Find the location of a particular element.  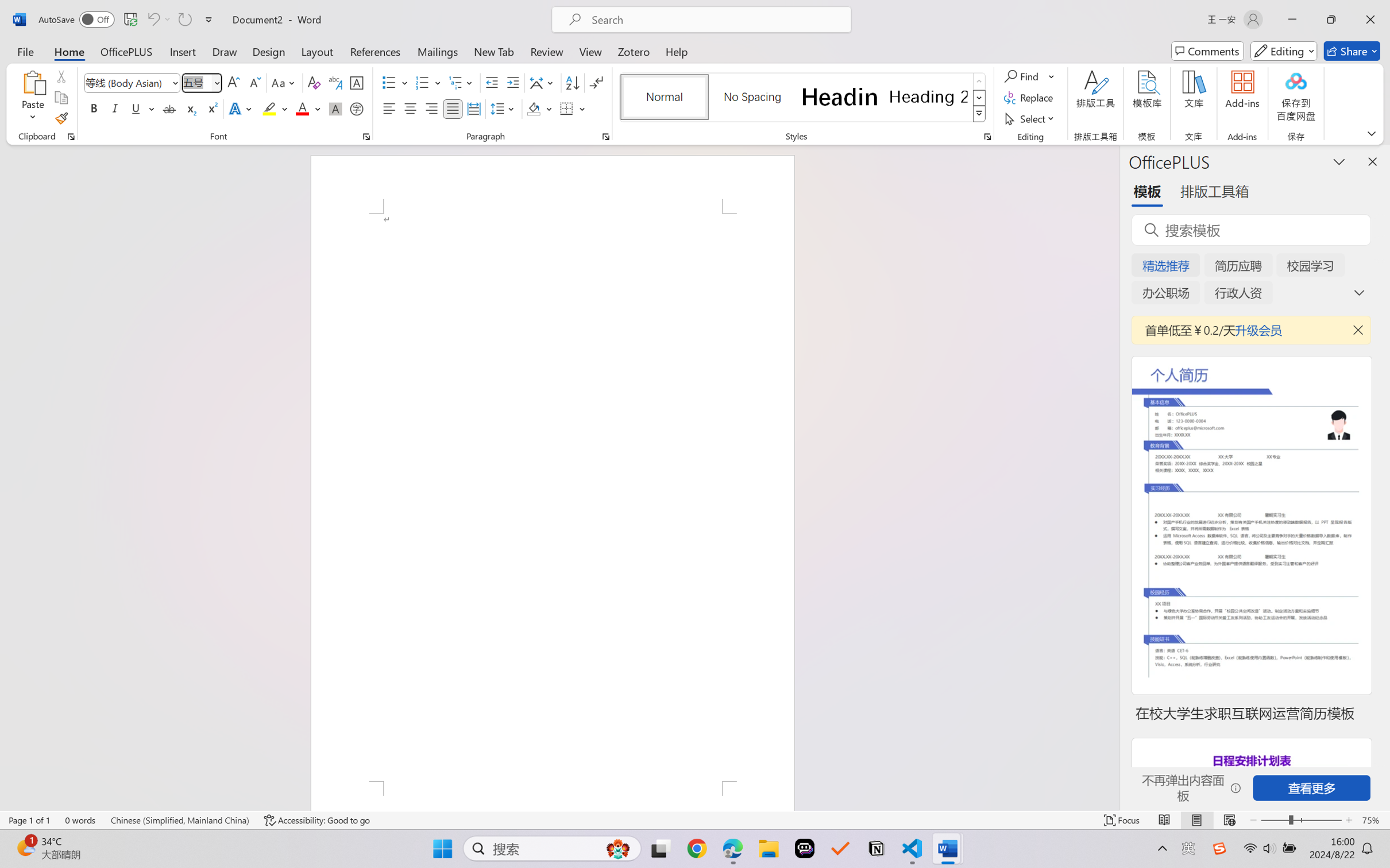

'Close' is located at coordinates (1370, 19).